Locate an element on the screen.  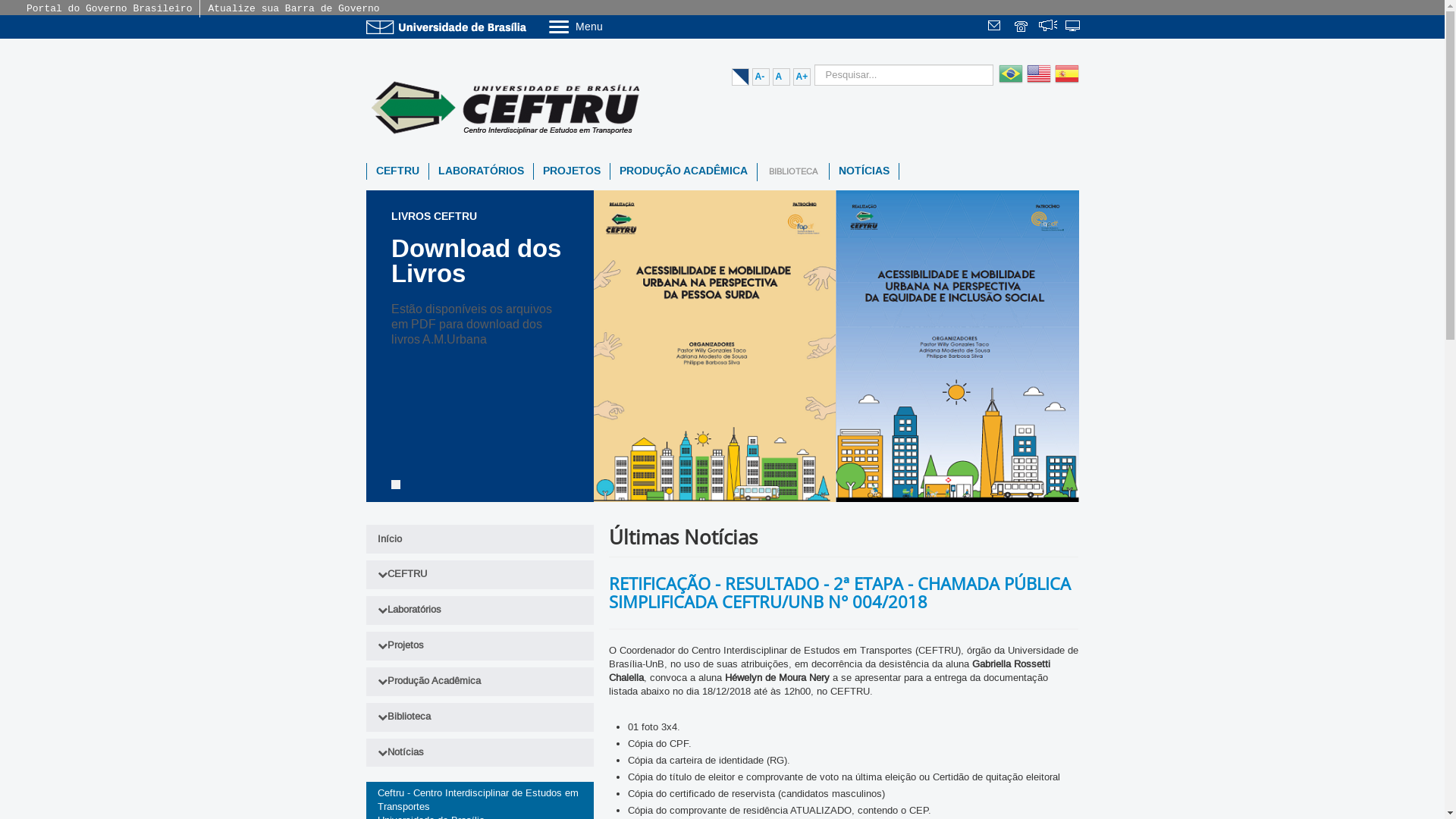
'CEFTRU' is located at coordinates (397, 171).